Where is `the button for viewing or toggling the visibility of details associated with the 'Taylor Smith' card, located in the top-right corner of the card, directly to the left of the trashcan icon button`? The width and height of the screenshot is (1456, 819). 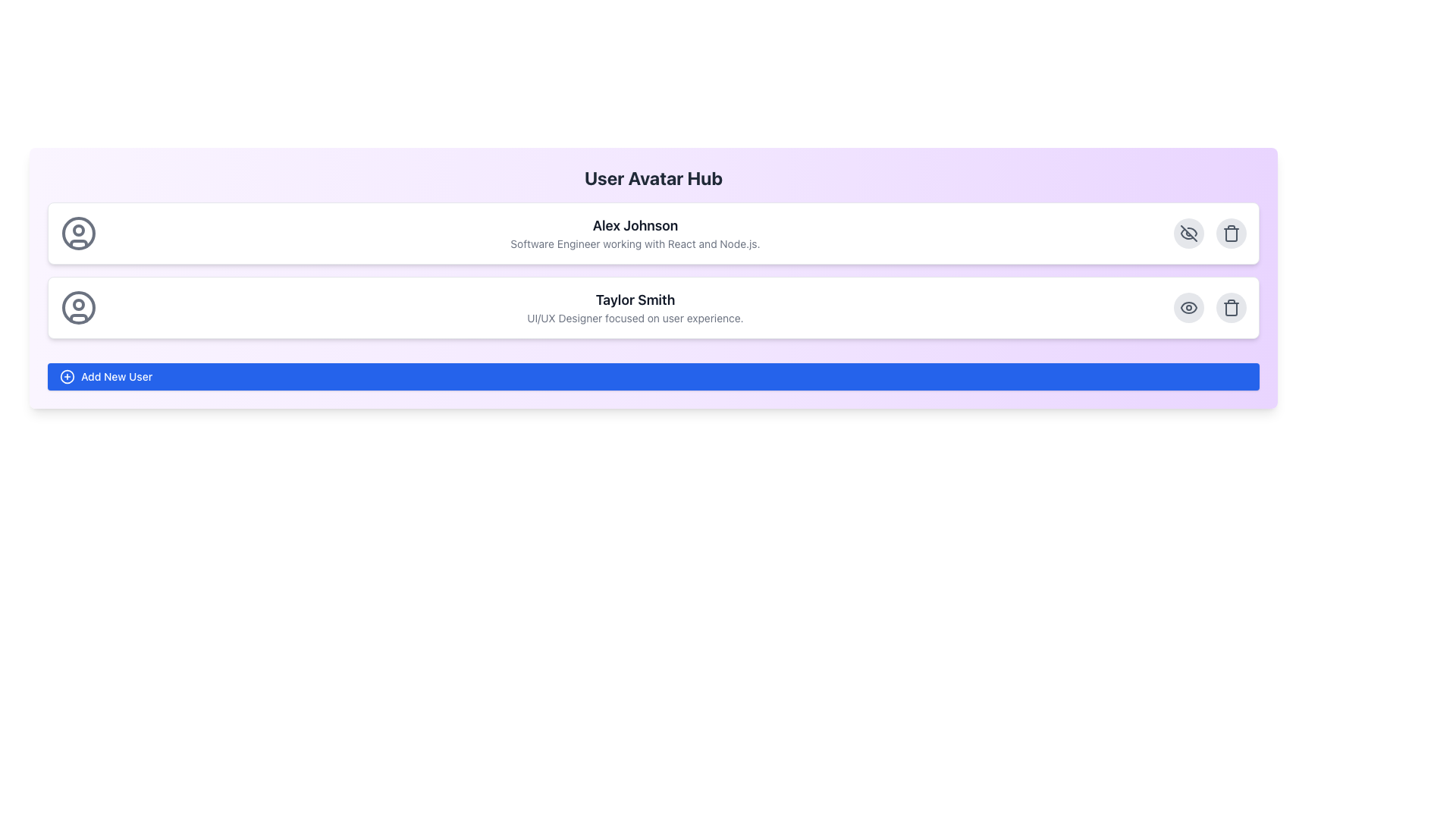
the button for viewing or toggling the visibility of details associated with the 'Taylor Smith' card, located in the top-right corner of the card, directly to the left of the trashcan icon button is located at coordinates (1188, 307).